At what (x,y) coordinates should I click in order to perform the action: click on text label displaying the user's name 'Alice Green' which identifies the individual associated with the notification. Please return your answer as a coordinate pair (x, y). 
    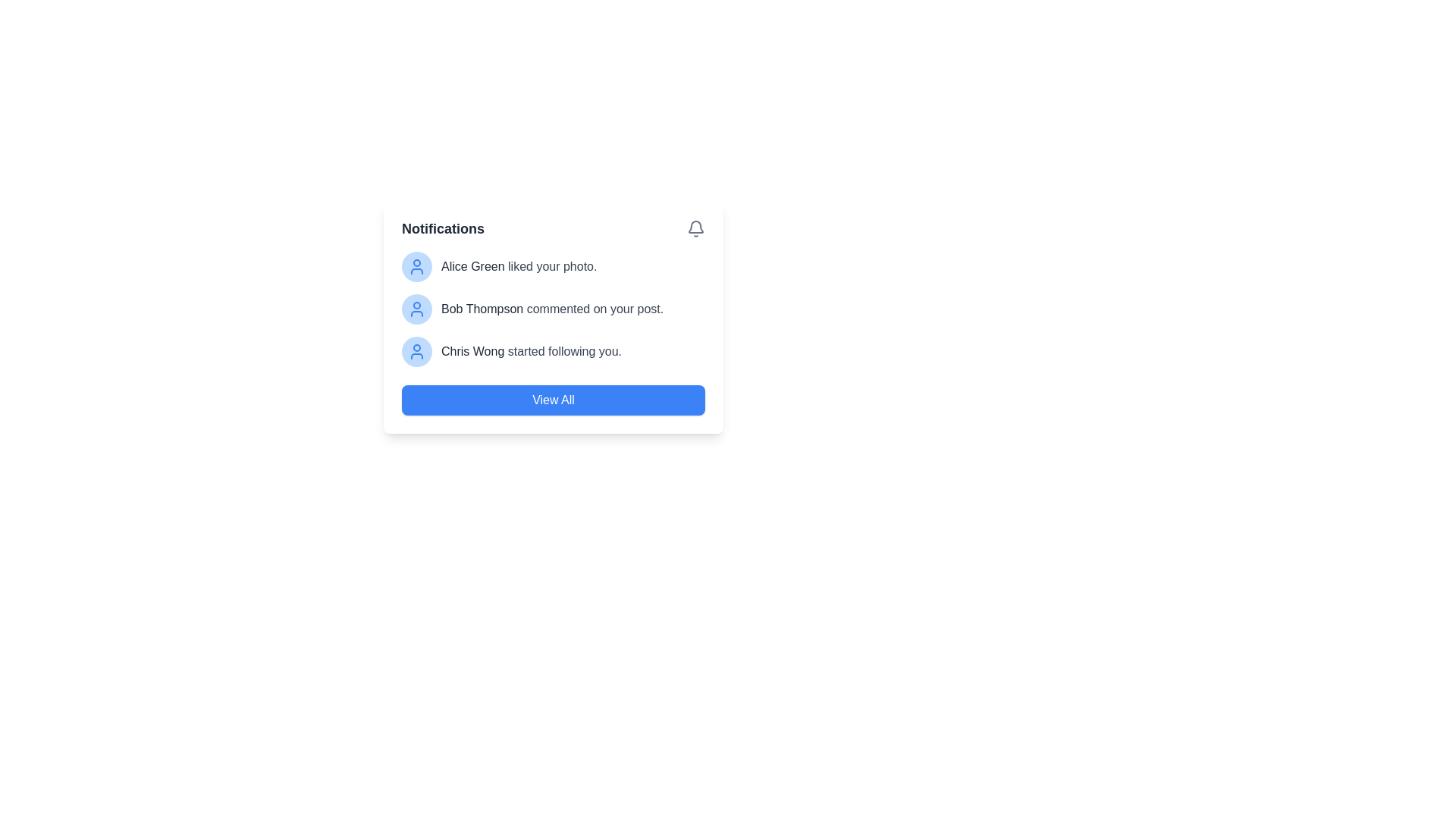
    Looking at the image, I should click on (472, 265).